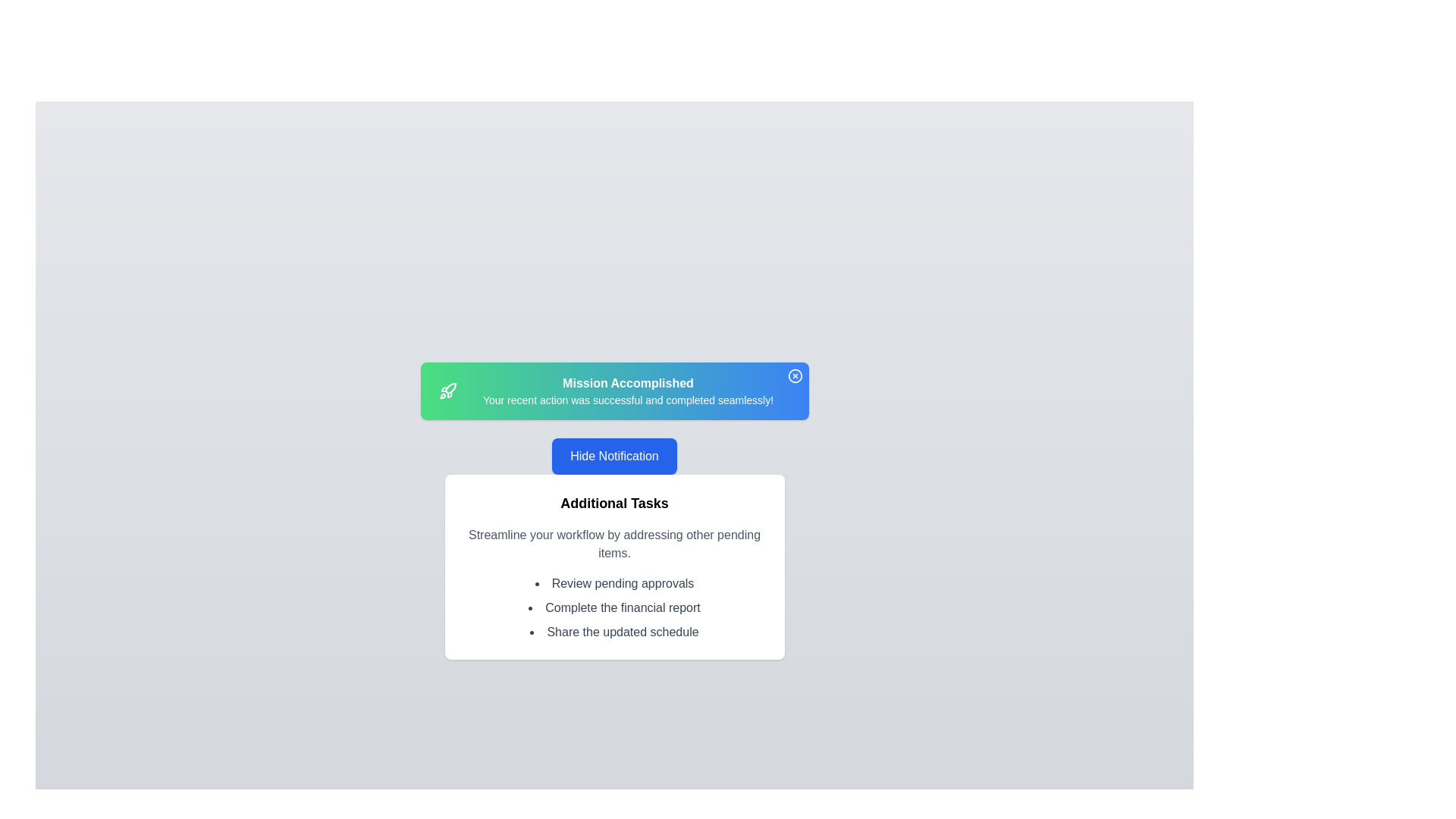 The image size is (1456, 819). What do you see at coordinates (614, 632) in the screenshot?
I see `the list item 'Share the updated schedule' in the 'Additional Tasks' section` at bounding box center [614, 632].